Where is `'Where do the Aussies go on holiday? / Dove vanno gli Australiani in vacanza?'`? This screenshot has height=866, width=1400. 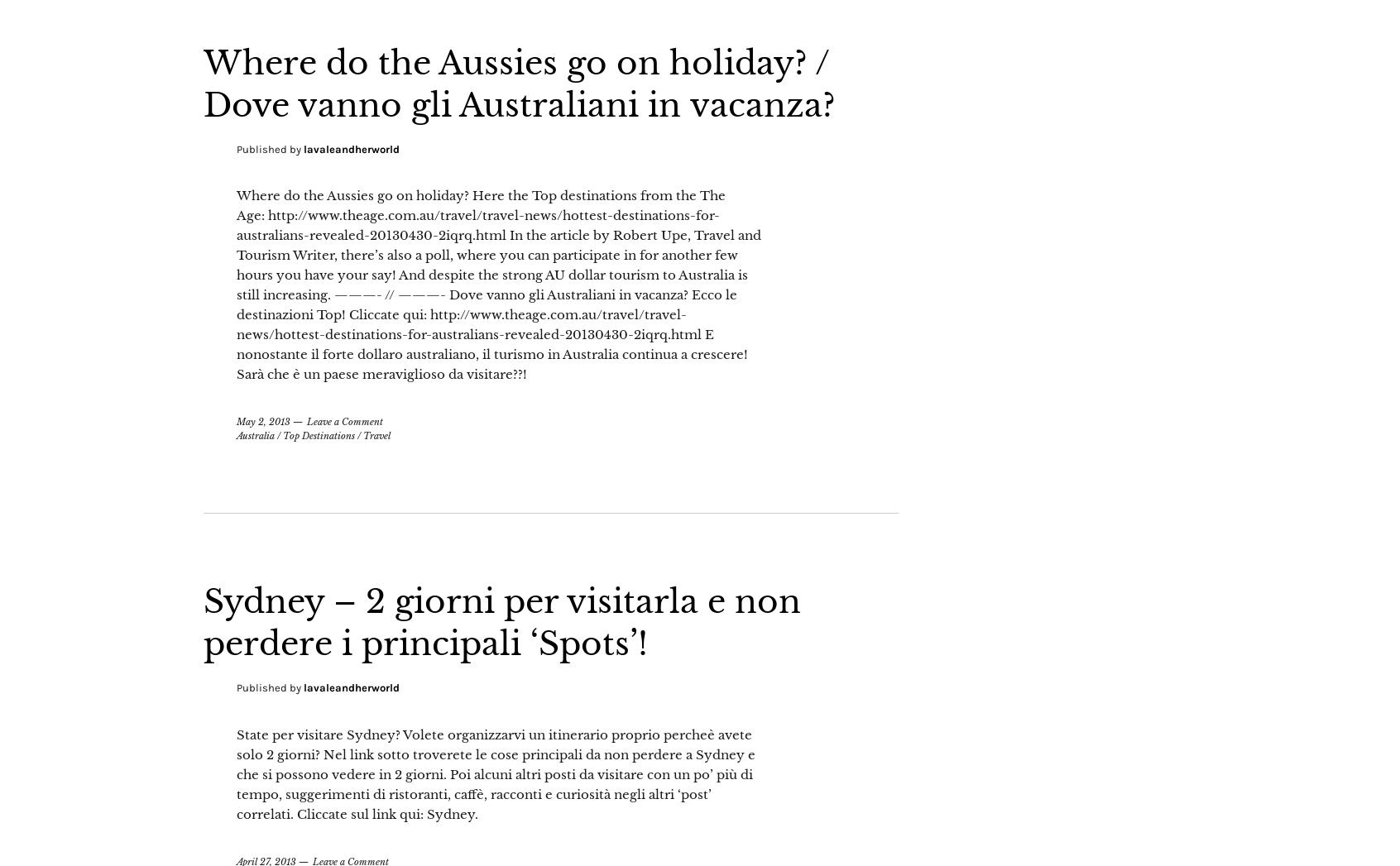 'Where do the Aussies go on holiday? / Dove vanno gli Australiani in vacanza?' is located at coordinates (541, 124).